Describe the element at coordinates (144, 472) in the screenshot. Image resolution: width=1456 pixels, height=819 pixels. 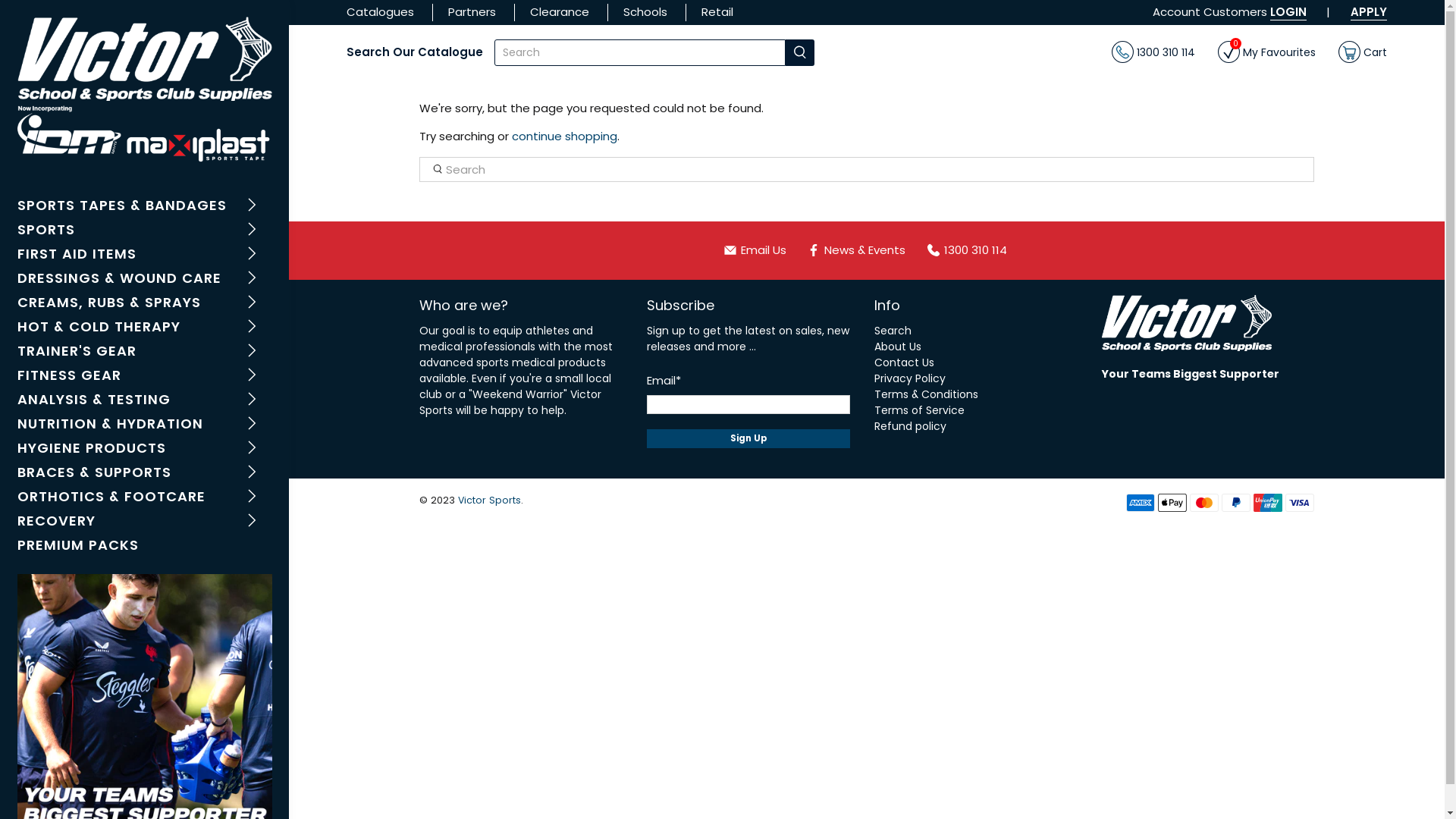
I see `'BRACES & SUPPORTS'` at that location.